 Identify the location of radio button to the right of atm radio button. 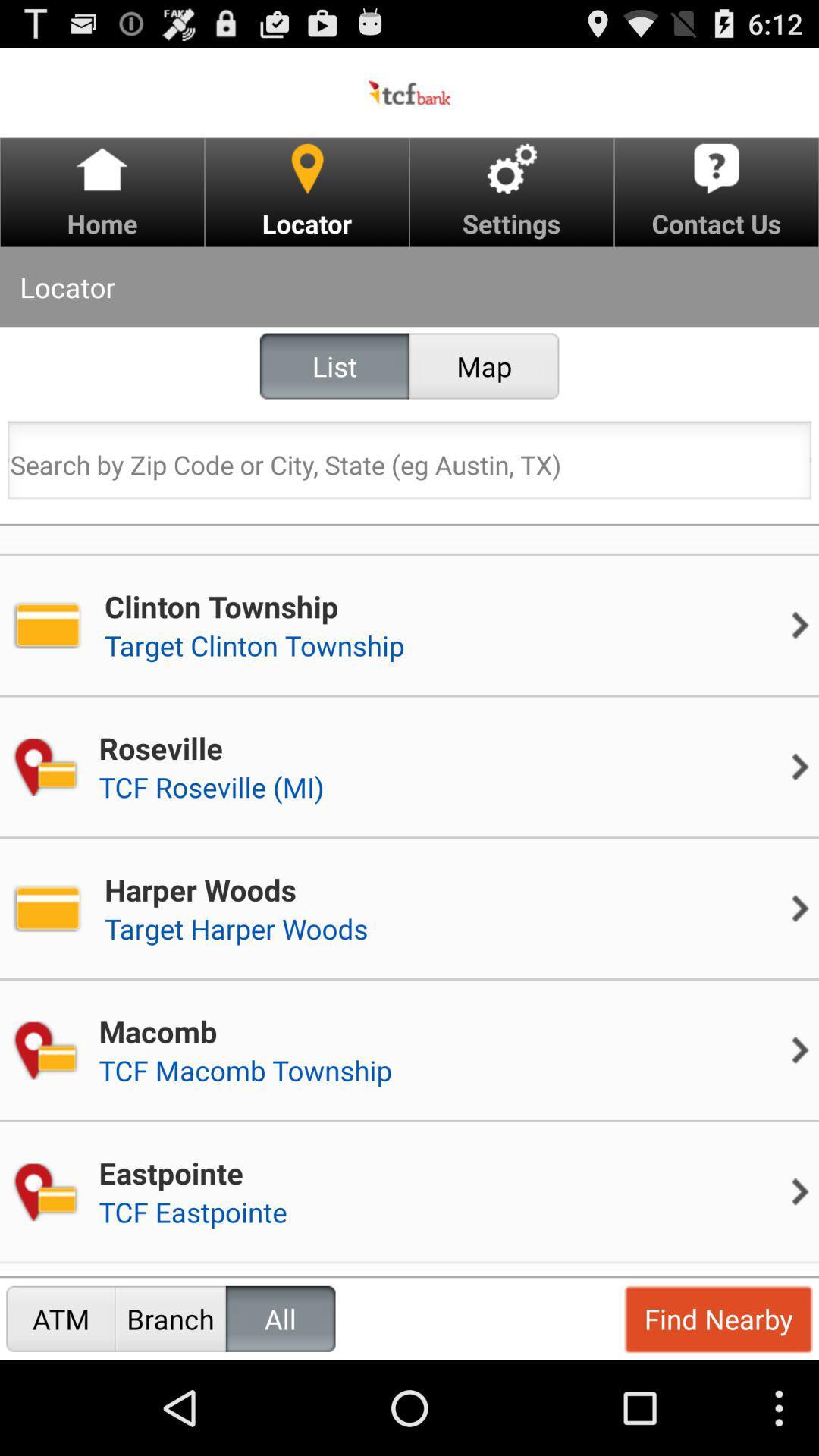
(171, 1318).